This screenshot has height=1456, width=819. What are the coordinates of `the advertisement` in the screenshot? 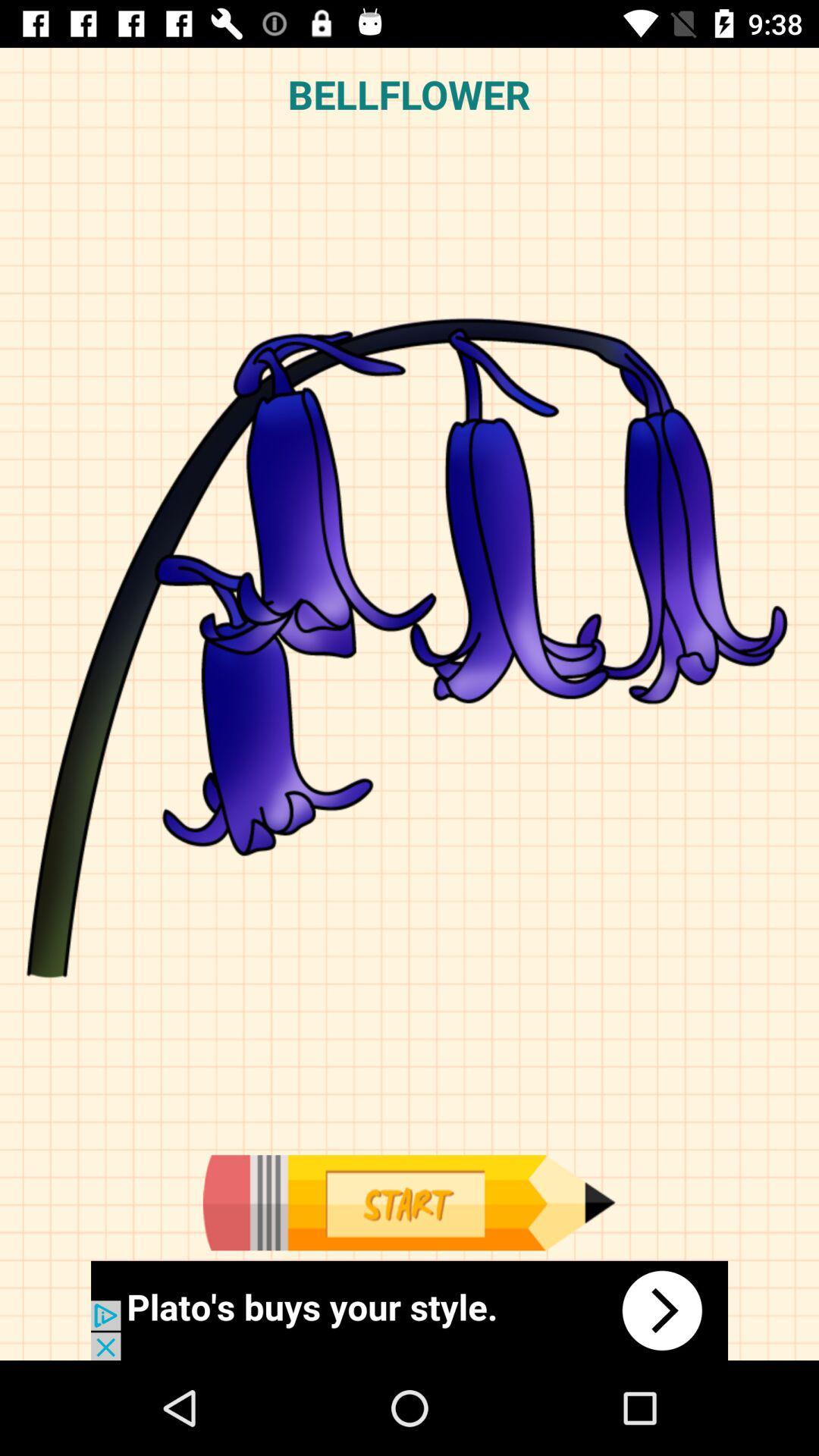 It's located at (409, 1310).